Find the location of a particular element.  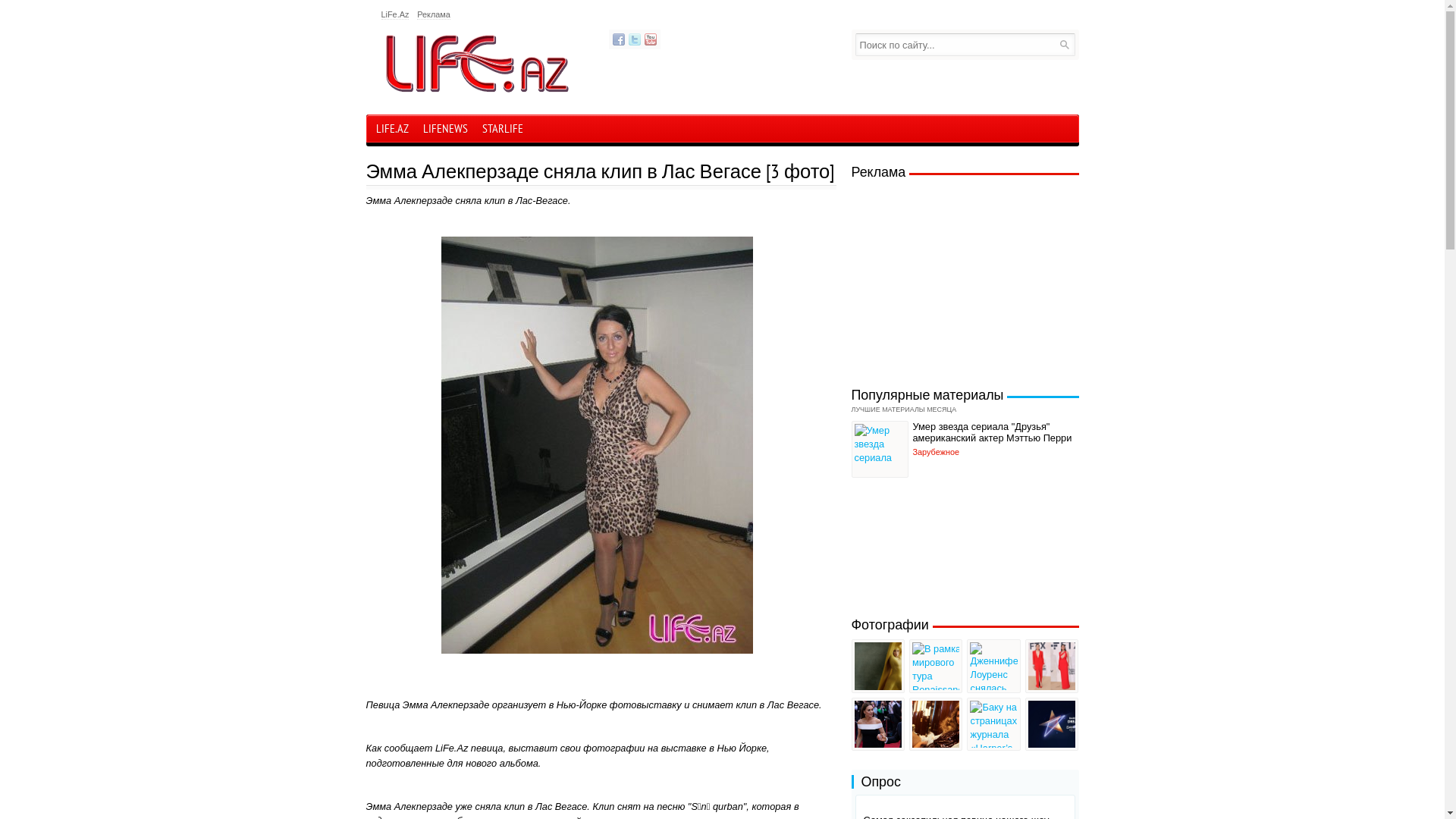

'Advertisement' is located at coordinates (962, 278).